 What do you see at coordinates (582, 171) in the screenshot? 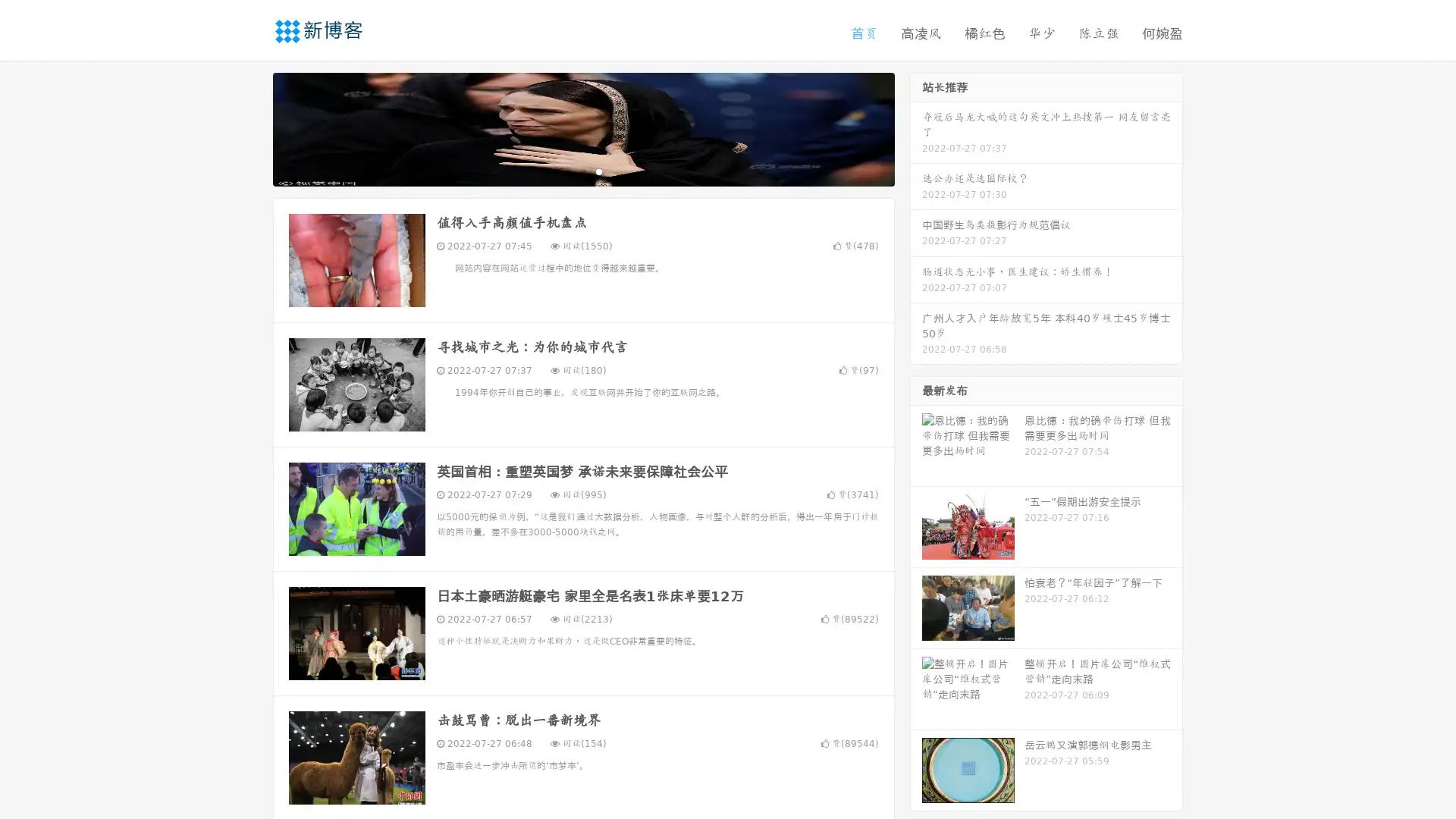
I see `Go to slide 2` at bounding box center [582, 171].